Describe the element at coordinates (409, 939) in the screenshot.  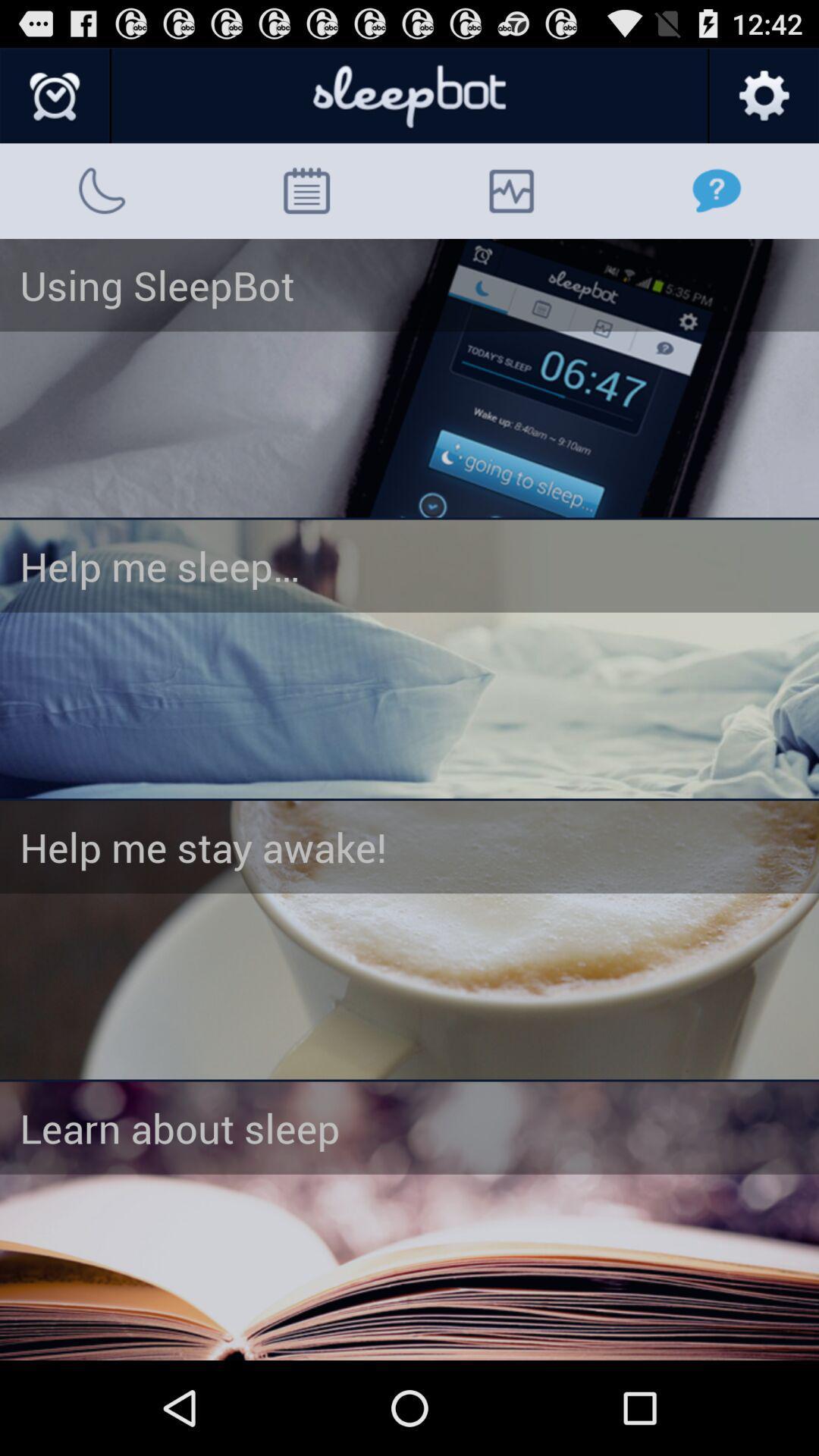
I see `opens article` at that location.